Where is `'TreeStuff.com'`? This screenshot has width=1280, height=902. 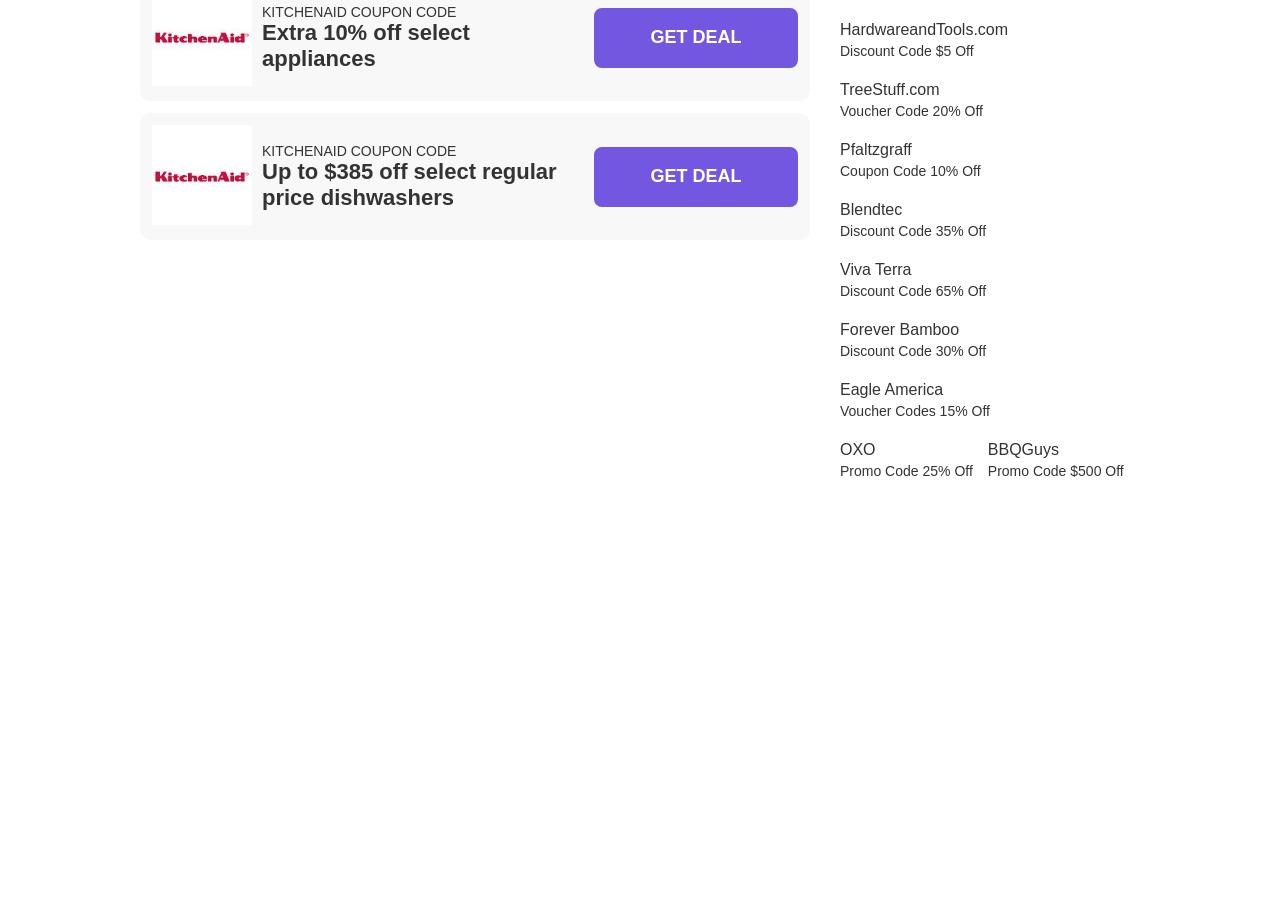
'TreeStuff.com' is located at coordinates (888, 88).